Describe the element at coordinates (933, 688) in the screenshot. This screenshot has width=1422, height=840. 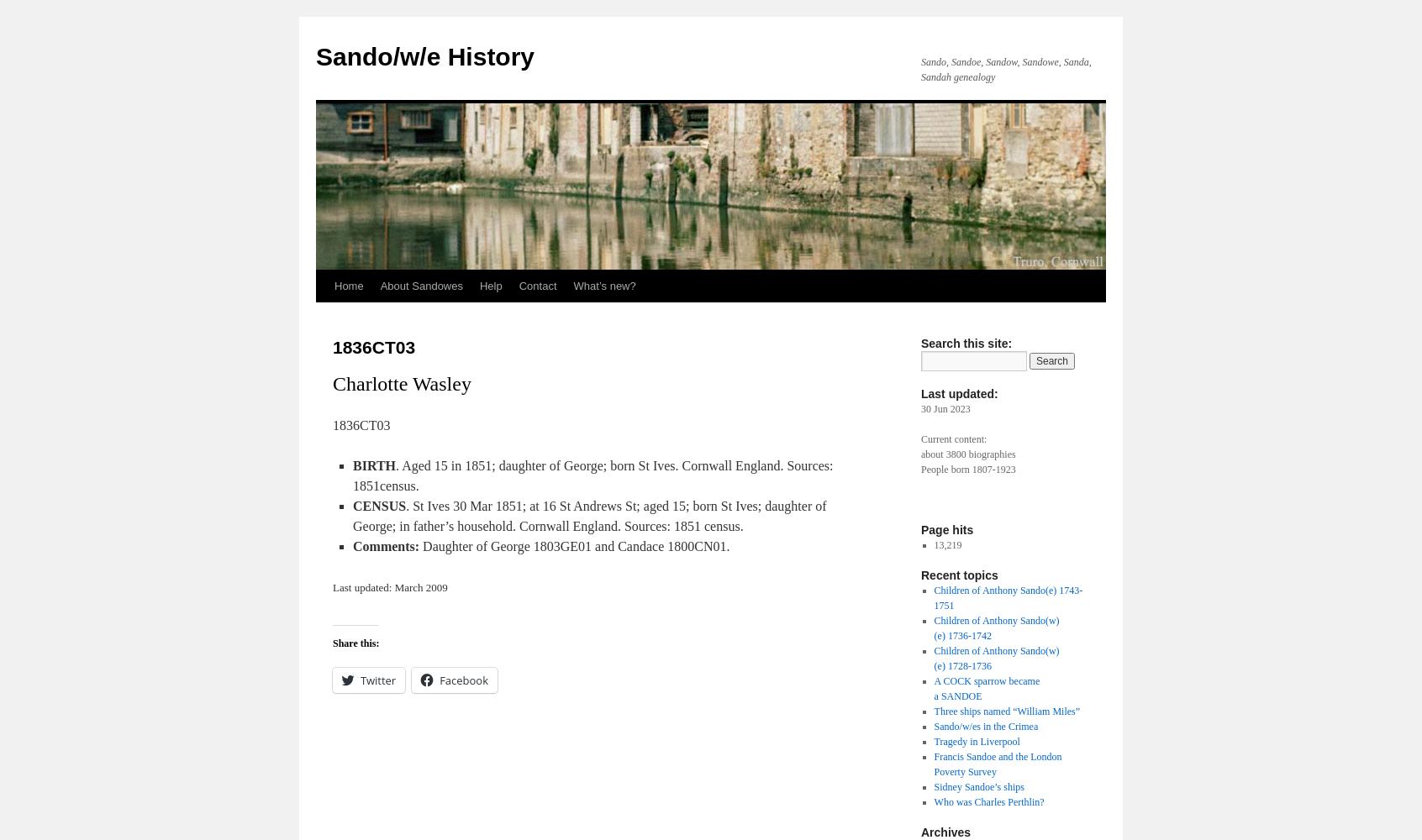
I see `'A COCK sparrow became a SANDOE'` at that location.